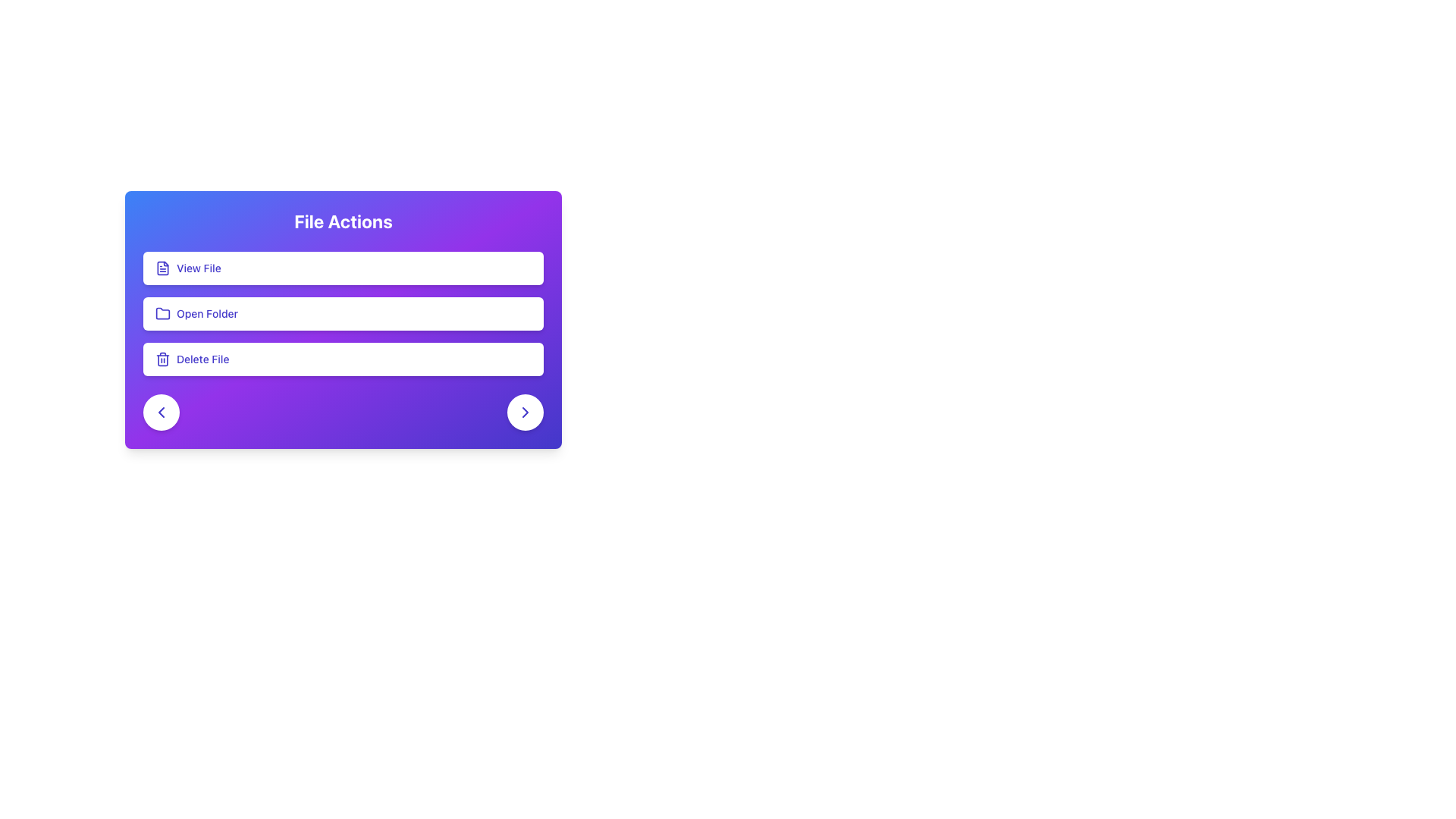  What do you see at coordinates (163, 359) in the screenshot?
I see `the delete icon located in the bottom row of the 'File Actions' window` at bounding box center [163, 359].